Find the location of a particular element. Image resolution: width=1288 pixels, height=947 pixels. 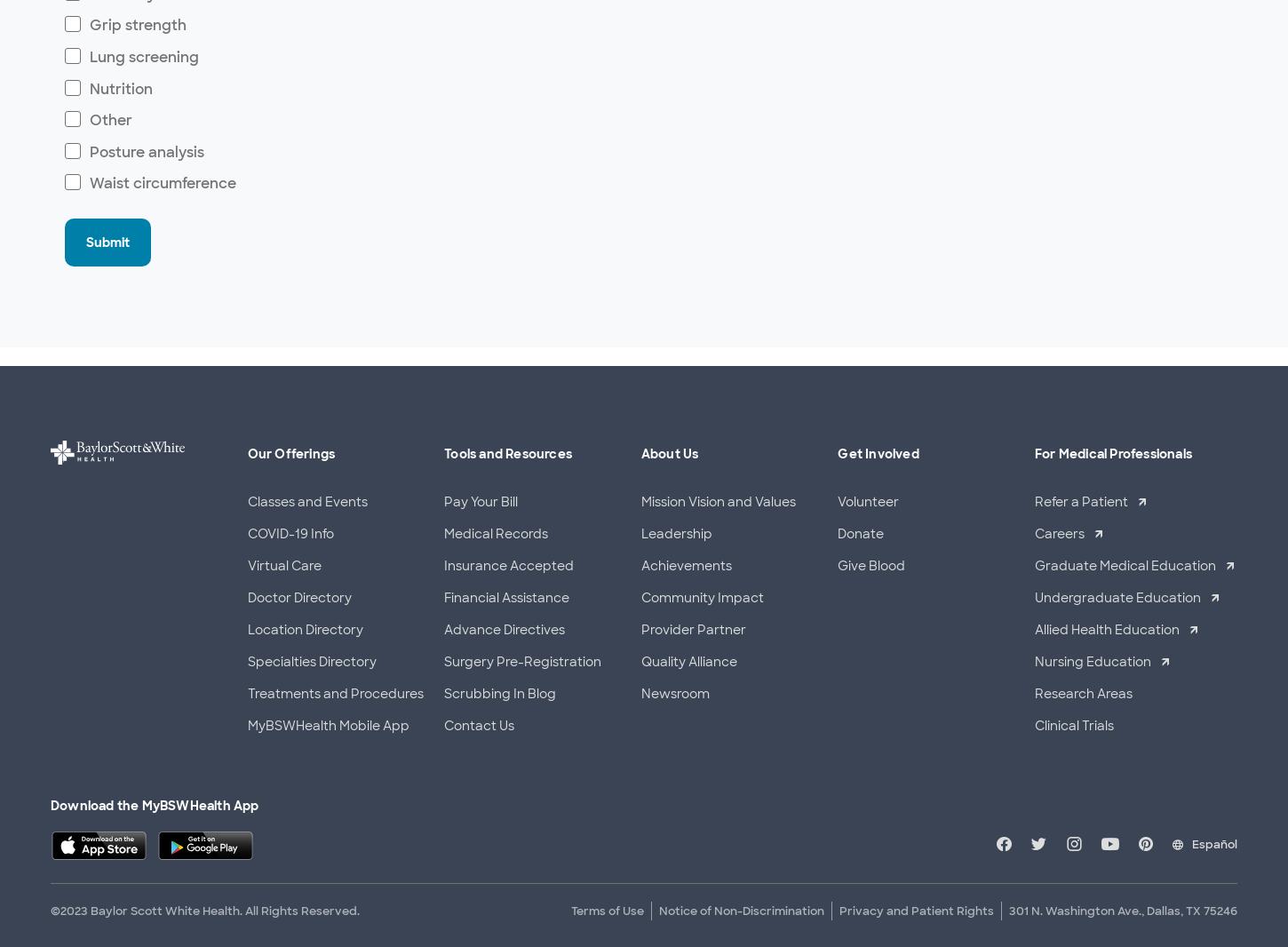

'Volunteer' is located at coordinates (868, 500).